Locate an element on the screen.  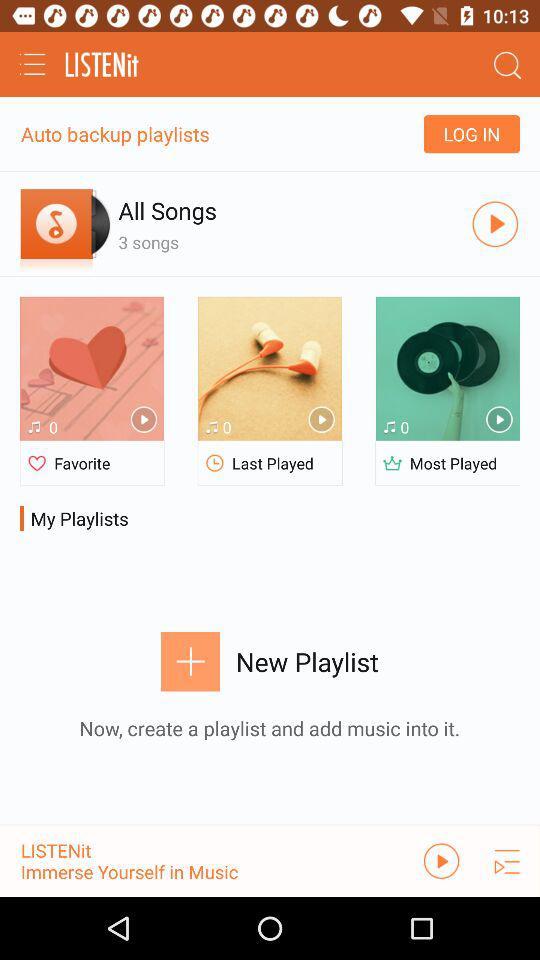
the play icon is located at coordinates (441, 921).